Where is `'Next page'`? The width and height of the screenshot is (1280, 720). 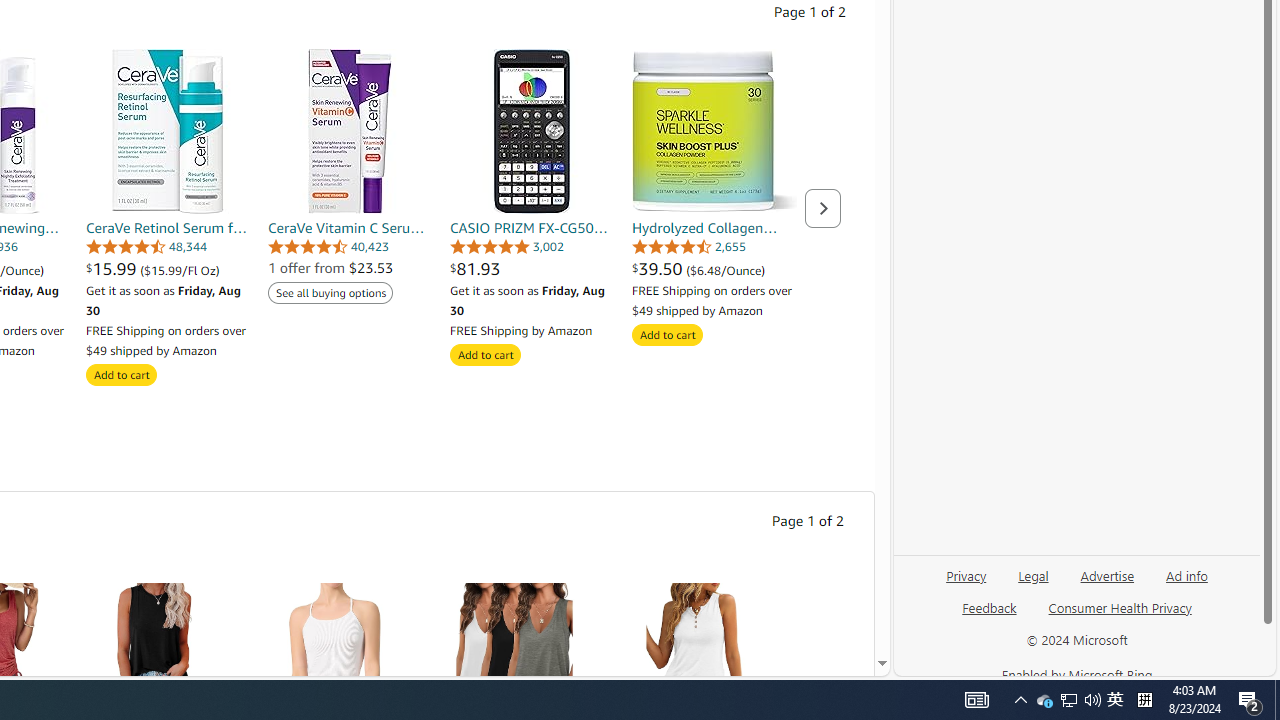
'Next page' is located at coordinates (823, 208).